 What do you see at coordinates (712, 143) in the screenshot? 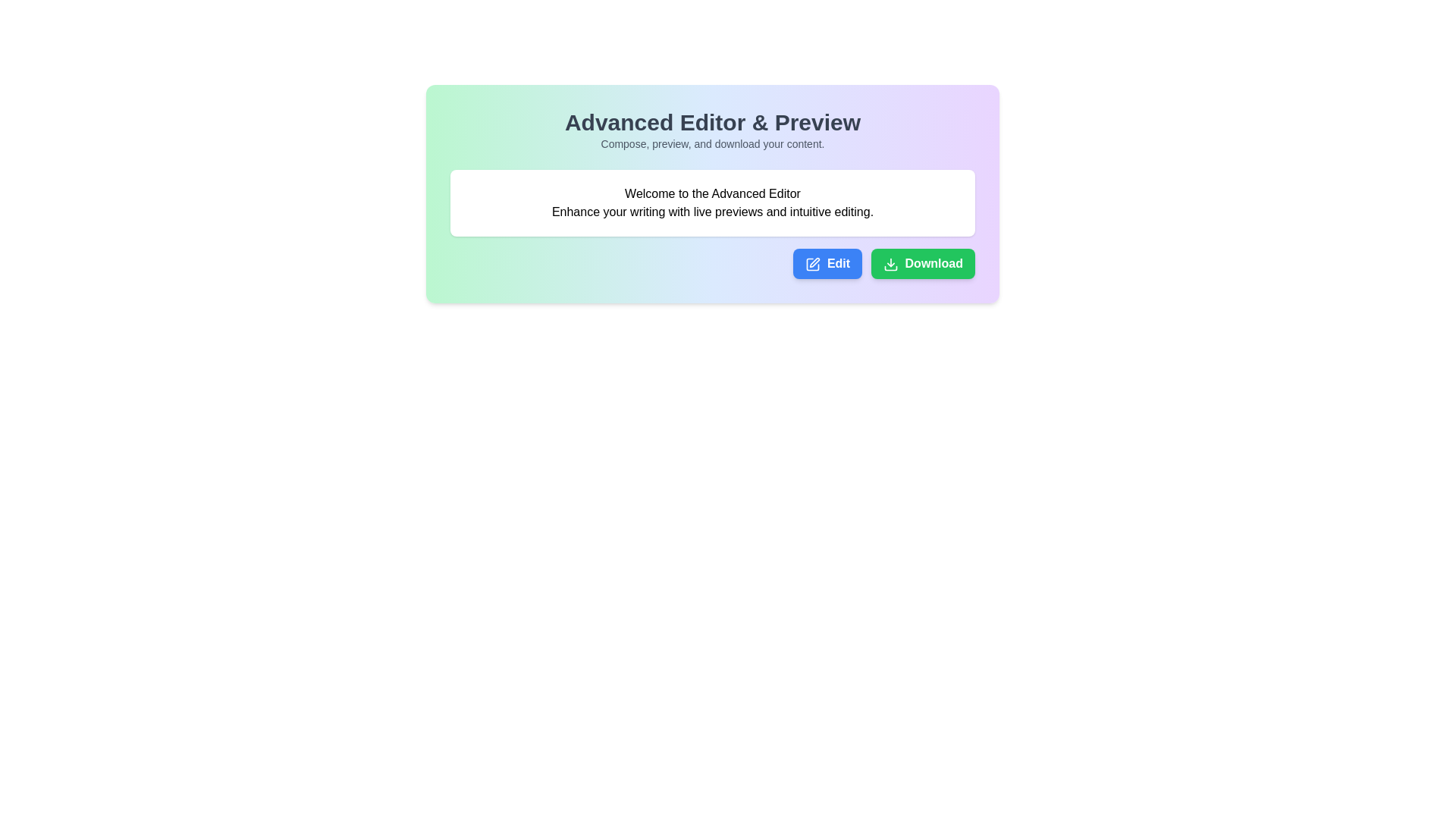
I see `the informative subtitle directly below the 'Advanced Editor & Preview' title, which serves as a description of the editor interface` at bounding box center [712, 143].